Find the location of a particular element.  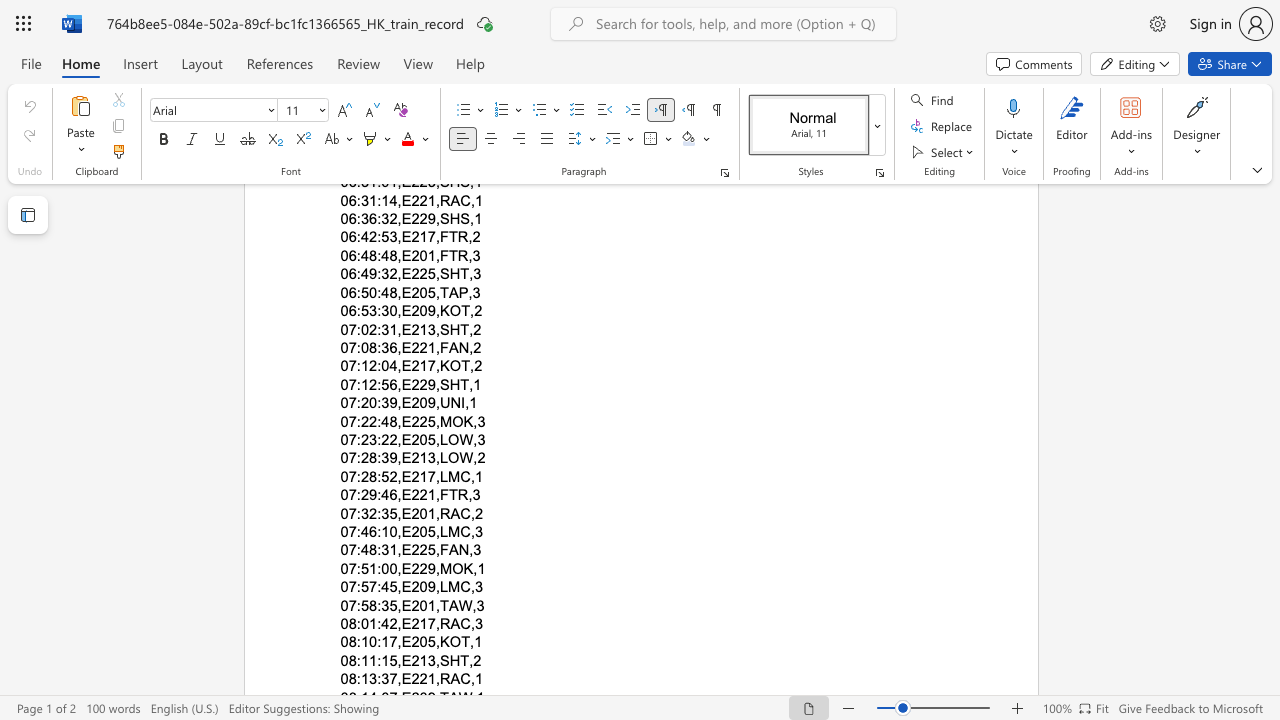

the space between the continuous character "0" and "7" in the text is located at coordinates (348, 604).